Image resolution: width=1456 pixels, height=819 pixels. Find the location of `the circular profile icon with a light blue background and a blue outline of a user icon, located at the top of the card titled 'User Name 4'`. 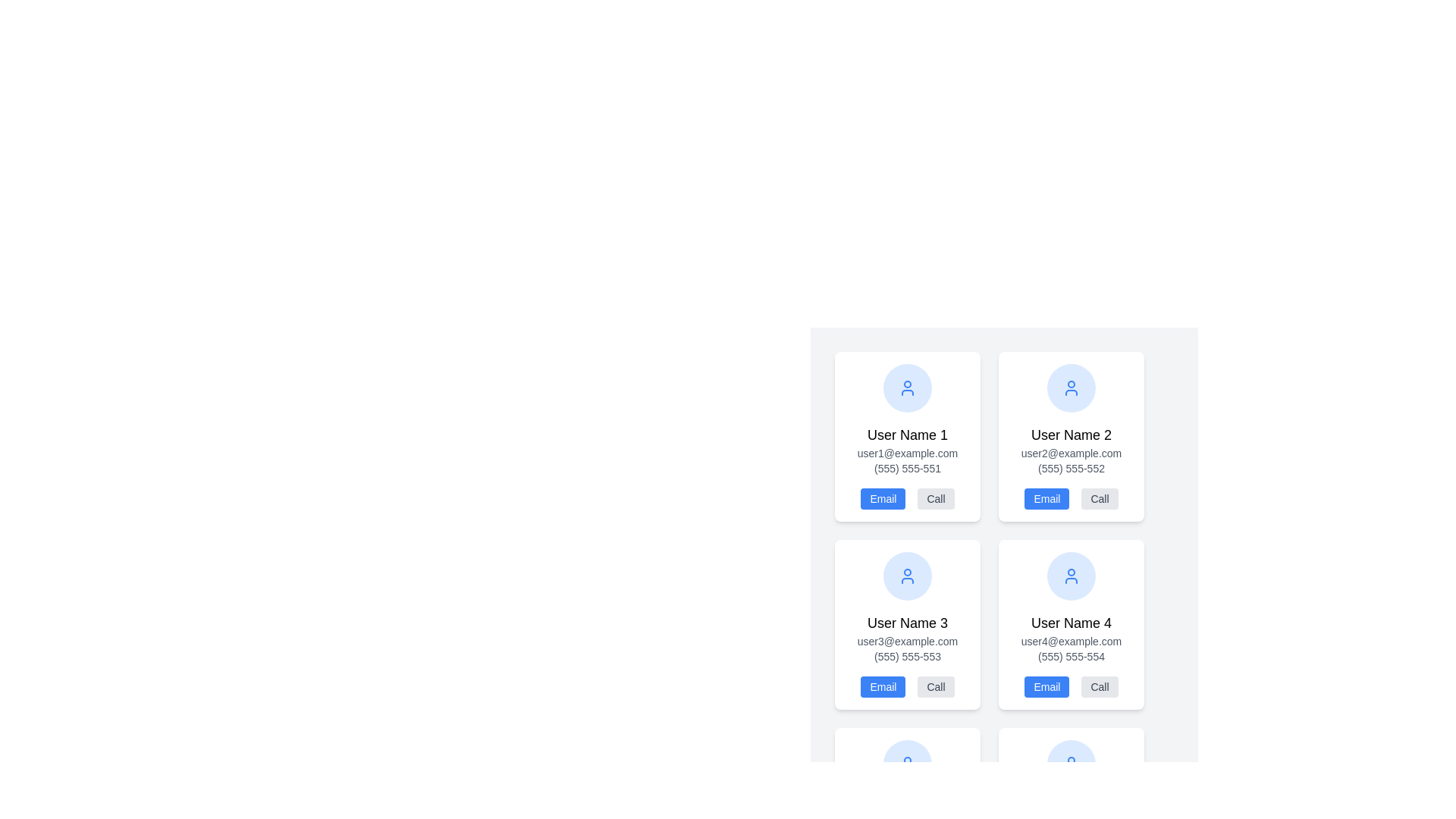

the circular profile icon with a light blue background and a blue outline of a user icon, located at the top of the card titled 'User Name 4' is located at coordinates (1070, 576).